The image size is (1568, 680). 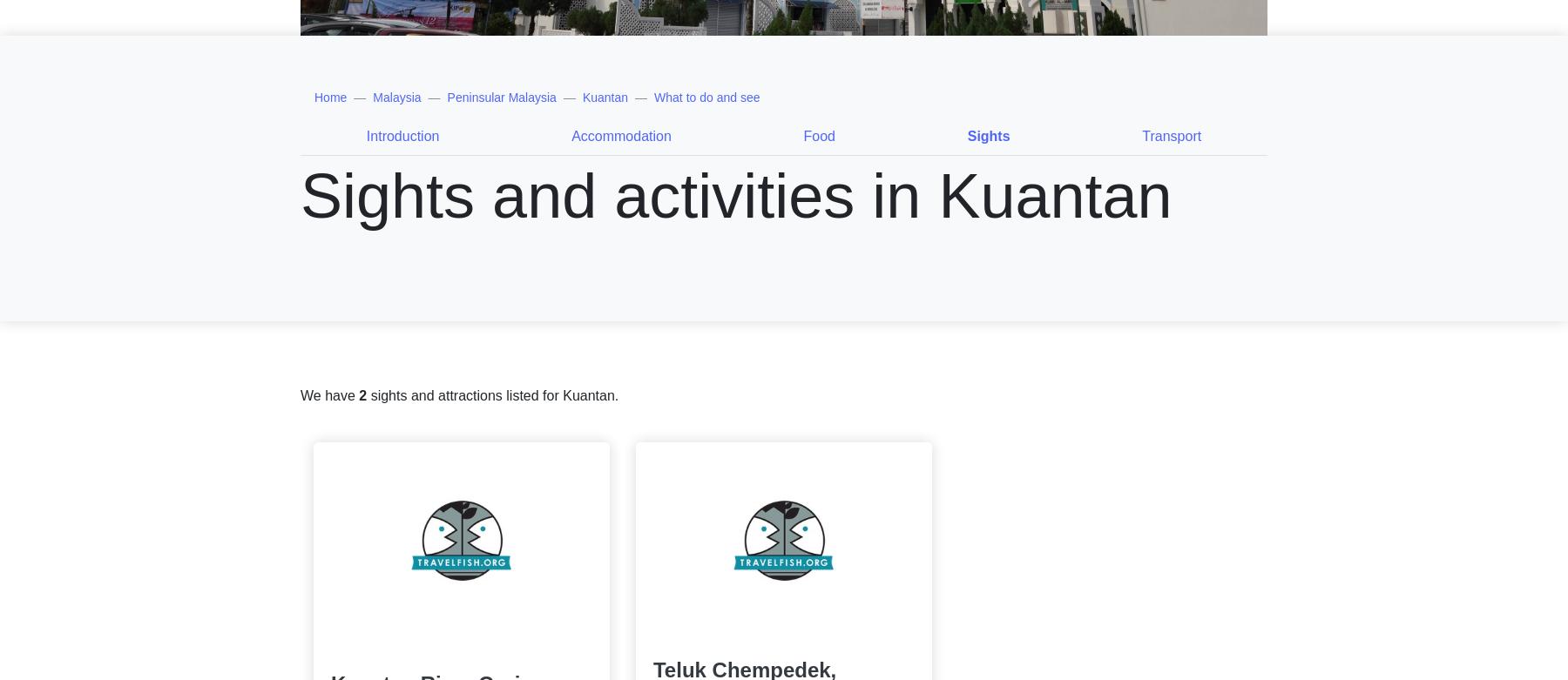 What do you see at coordinates (987, 135) in the screenshot?
I see `'Sights'` at bounding box center [987, 135].